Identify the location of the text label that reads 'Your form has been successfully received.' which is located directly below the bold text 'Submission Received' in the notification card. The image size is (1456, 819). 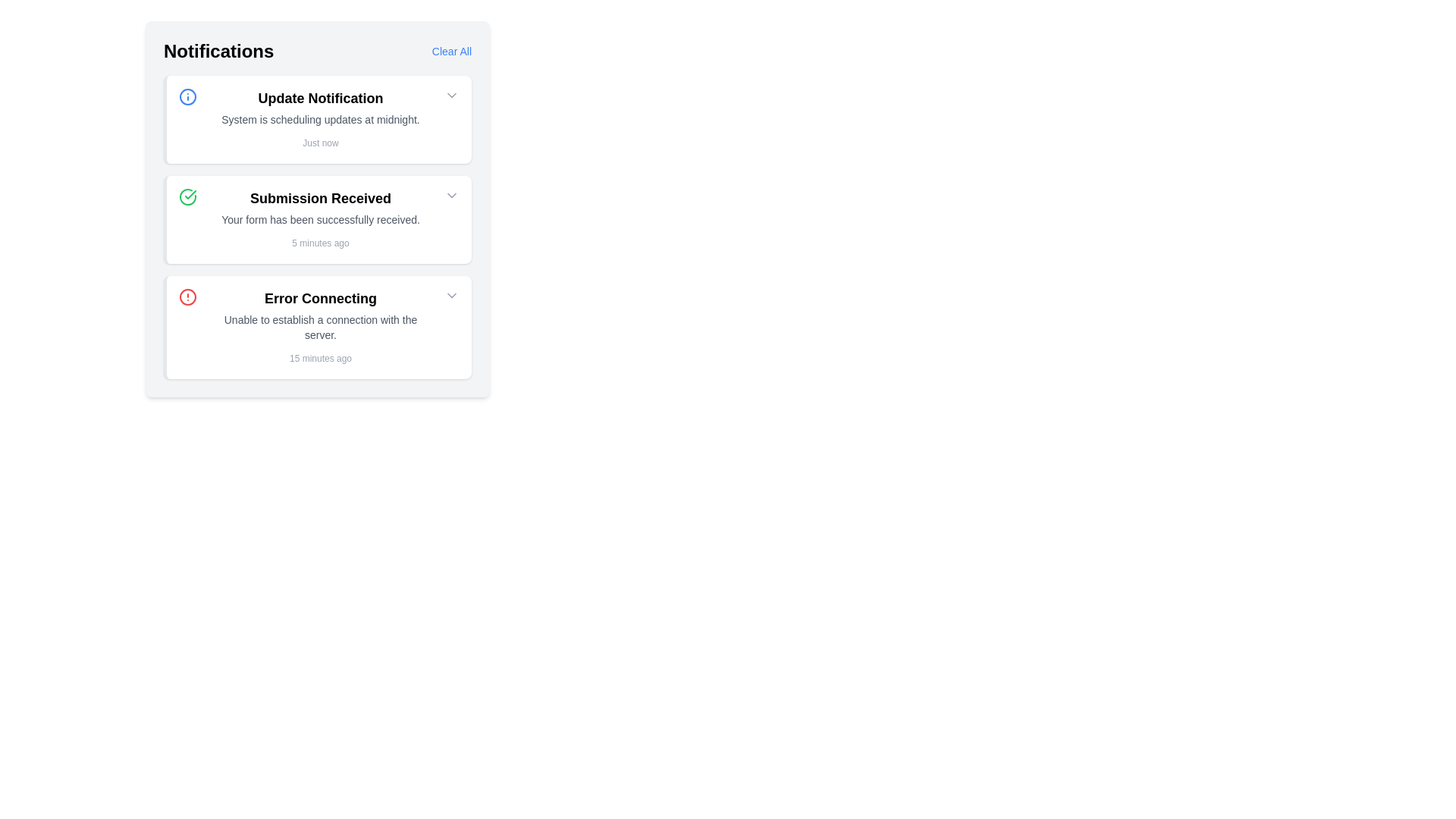
(319, 219).